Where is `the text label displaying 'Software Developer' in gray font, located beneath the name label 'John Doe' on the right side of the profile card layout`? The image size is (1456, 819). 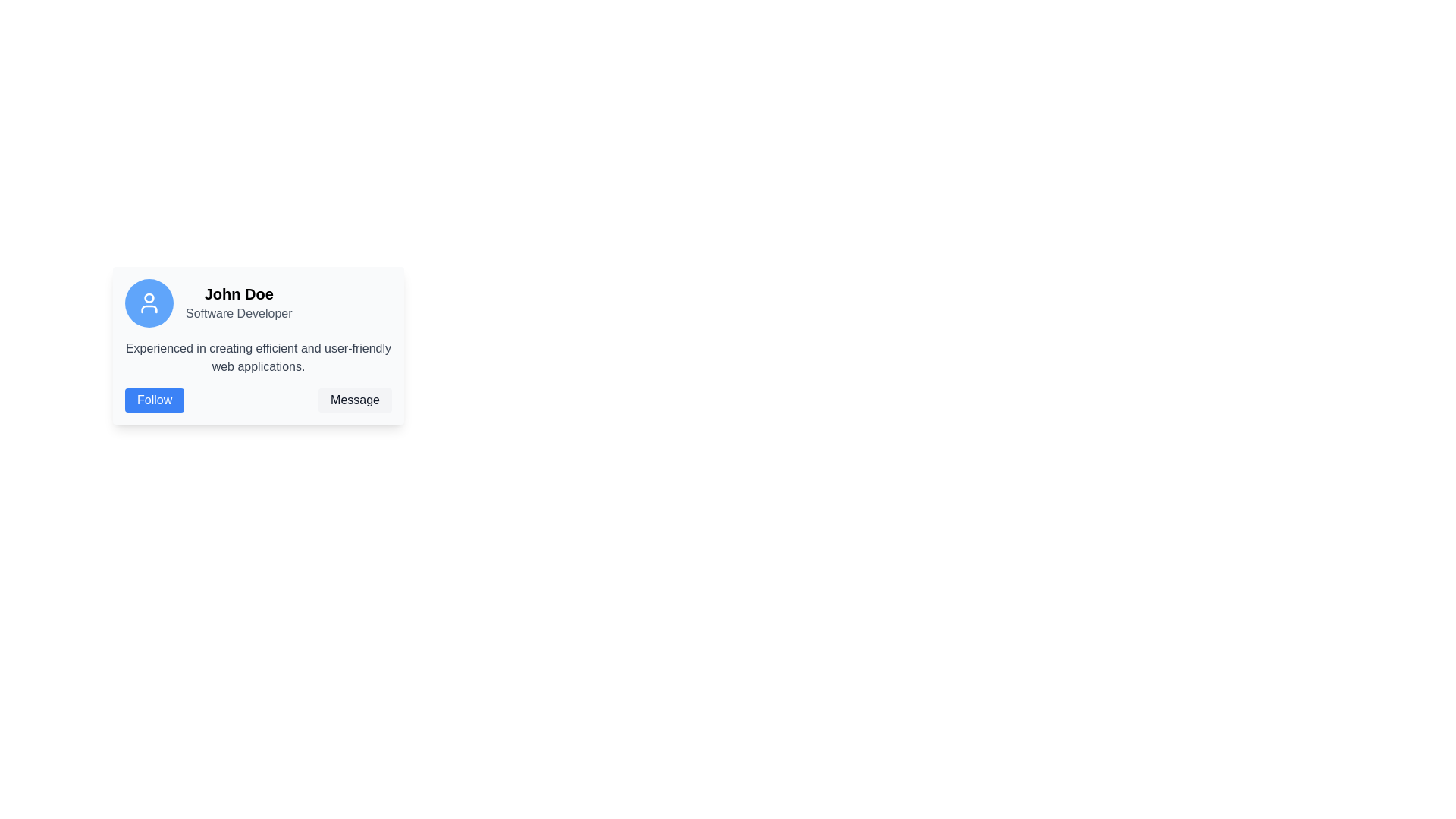
the text label displaying 'Software Developer' in gray font, located beneath the name label 'John Doe' on the right side of the profile card layout is located at coordinates (238, 312).